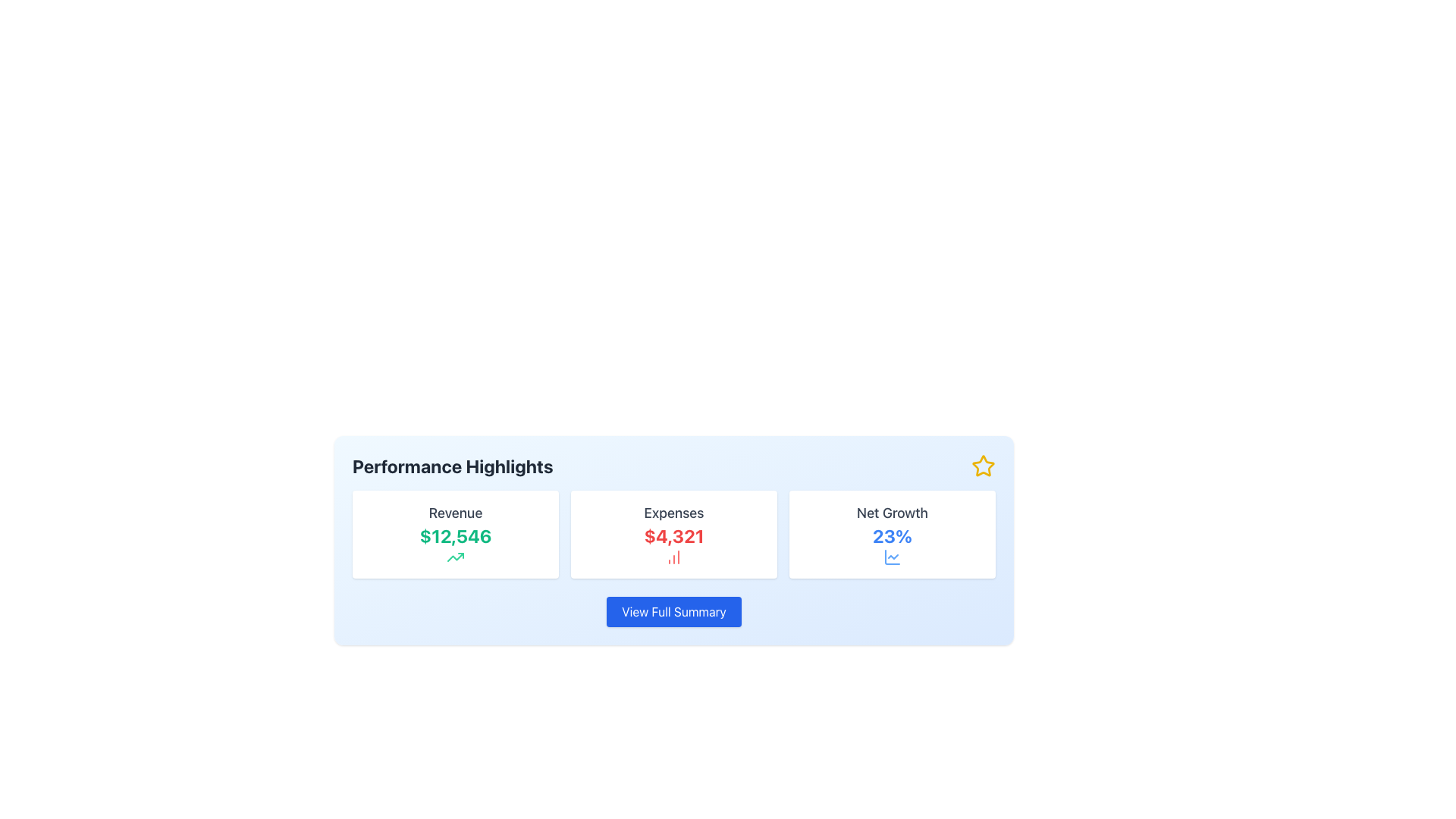 The image size is (1456, 819). What do you see at coordinates (454, 557) in the screenshot?
I see `the visual indicator icon located below the monetary figure 'Revenue $12,546', centered horizontally within the card` at bounding box center [454, 557].